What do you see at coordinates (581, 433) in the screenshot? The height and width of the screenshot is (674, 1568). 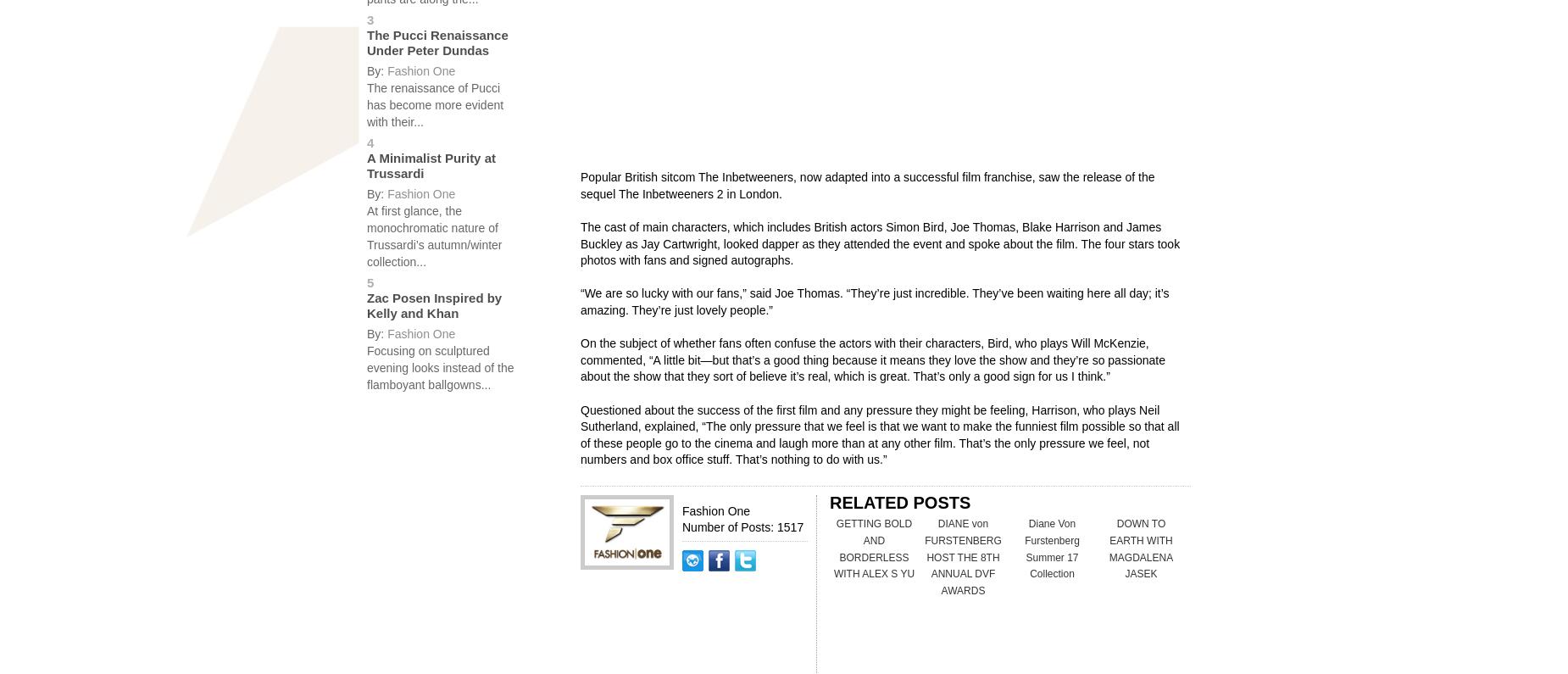 I see `'Questioned about the success of the first film and any pressure they might be feeling, Harrison, who plays Neil Sutherland, explained, “The only pressure that we feel is that we want to make the funniest film possible so that all of these people go to the cinema and laugh more than at any other film. That’s the only pressure we feel, not numbers and box office stuff. That’s nothing to do with us.”'` at bounding box center [581, 433].